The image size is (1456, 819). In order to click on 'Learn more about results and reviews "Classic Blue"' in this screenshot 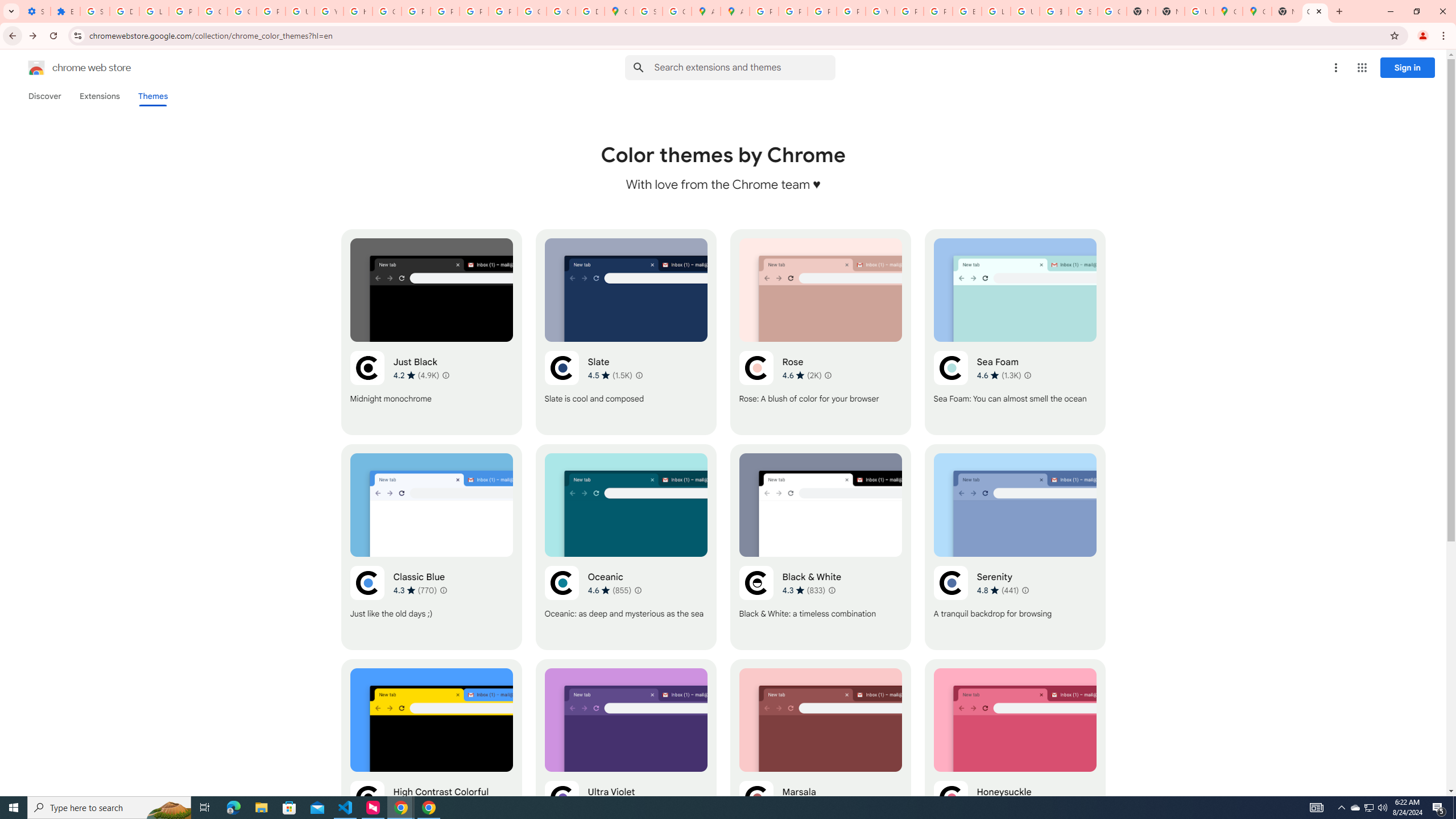, I will do `click(442, 590)`.